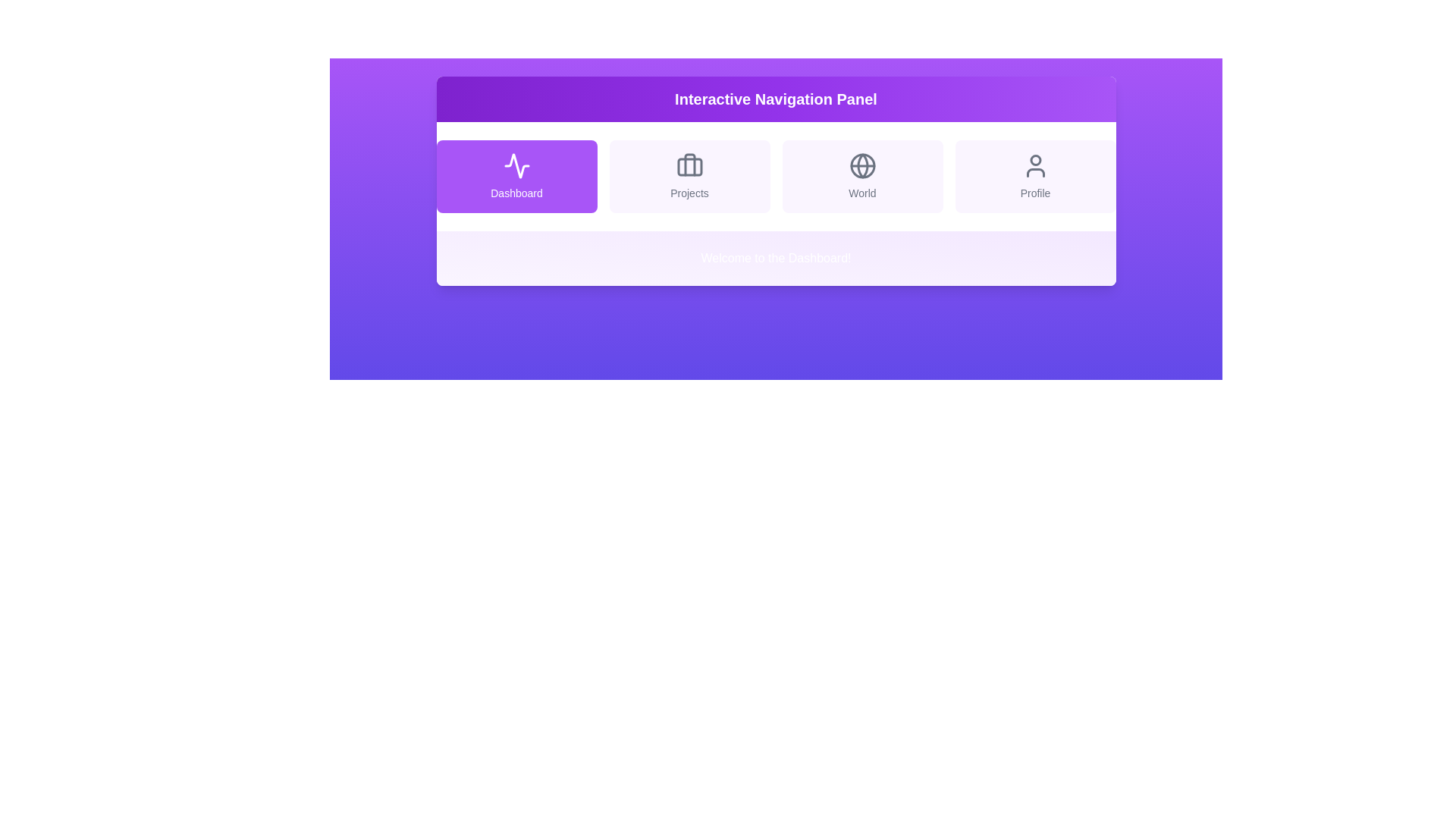 The height and width of the screenshot is (819, 1456). What do you see at coordinates (516, 166) in the screenshot?
I see `the 'Dashboard' SVG icon in the navigation panel` at bounding box center [516, 166].